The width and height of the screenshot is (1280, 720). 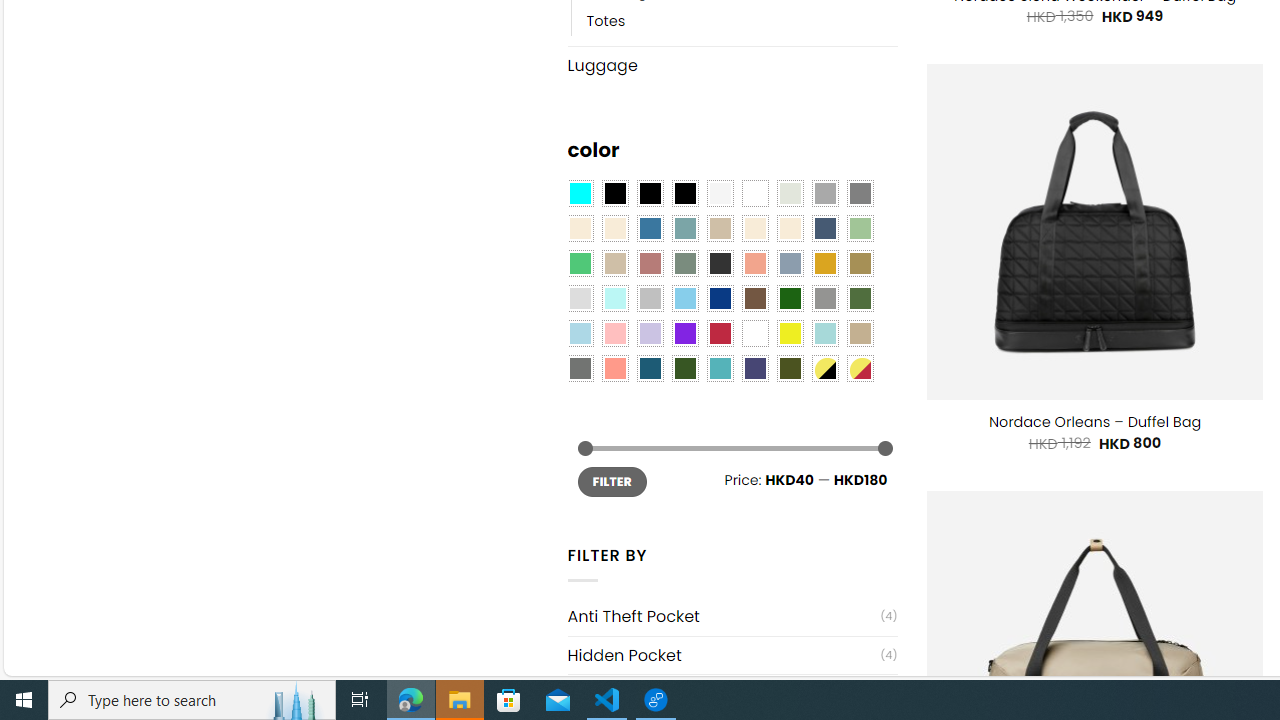 What do you see at coordinates (722, 655) in the screenshot?
I see `'Hidden Pocket'` at bounding box center [722, 655].